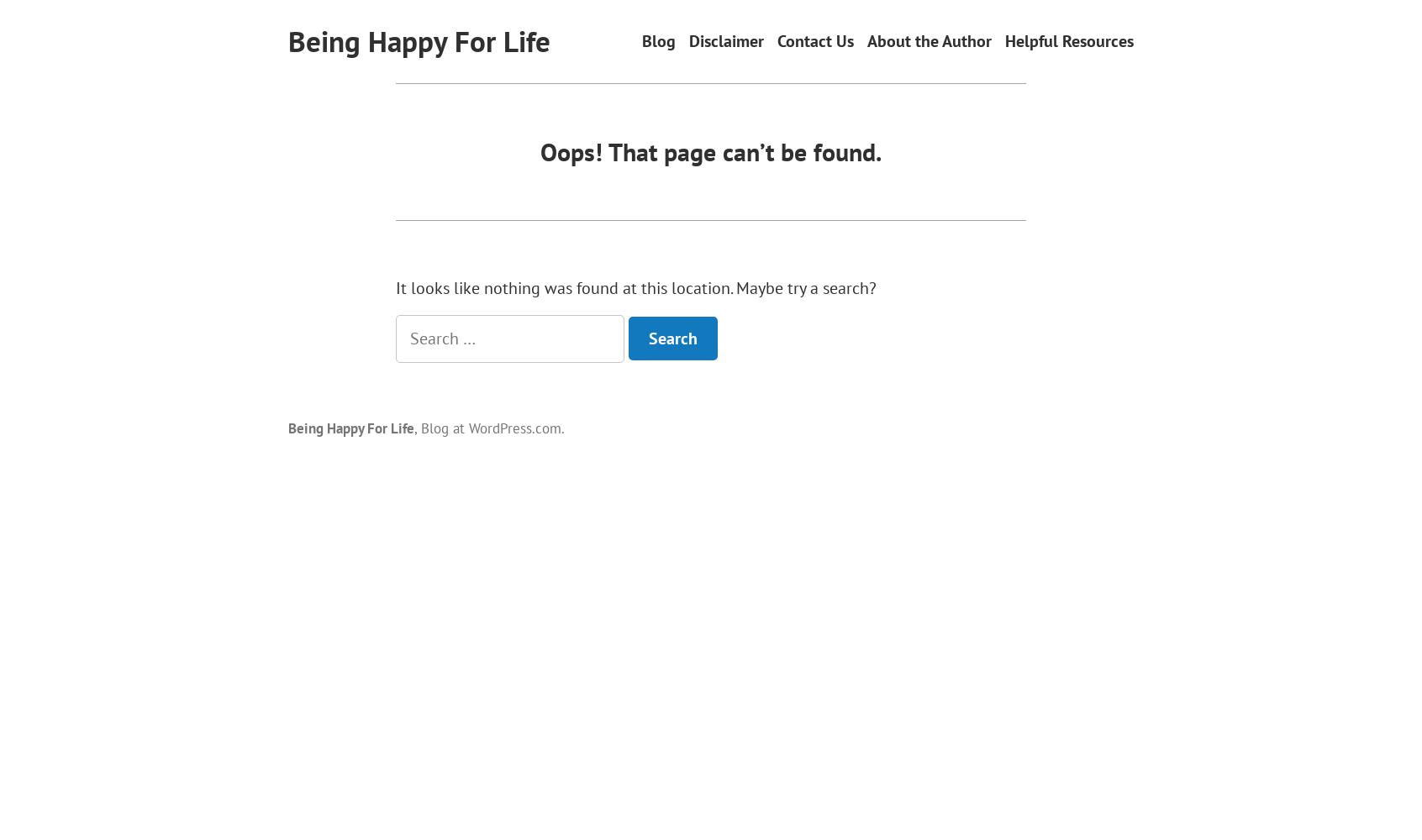  What do you see at coordinates (725, 41) in the screenshot?
I see `'Disclaimer'` at bounding box center [725, 41].